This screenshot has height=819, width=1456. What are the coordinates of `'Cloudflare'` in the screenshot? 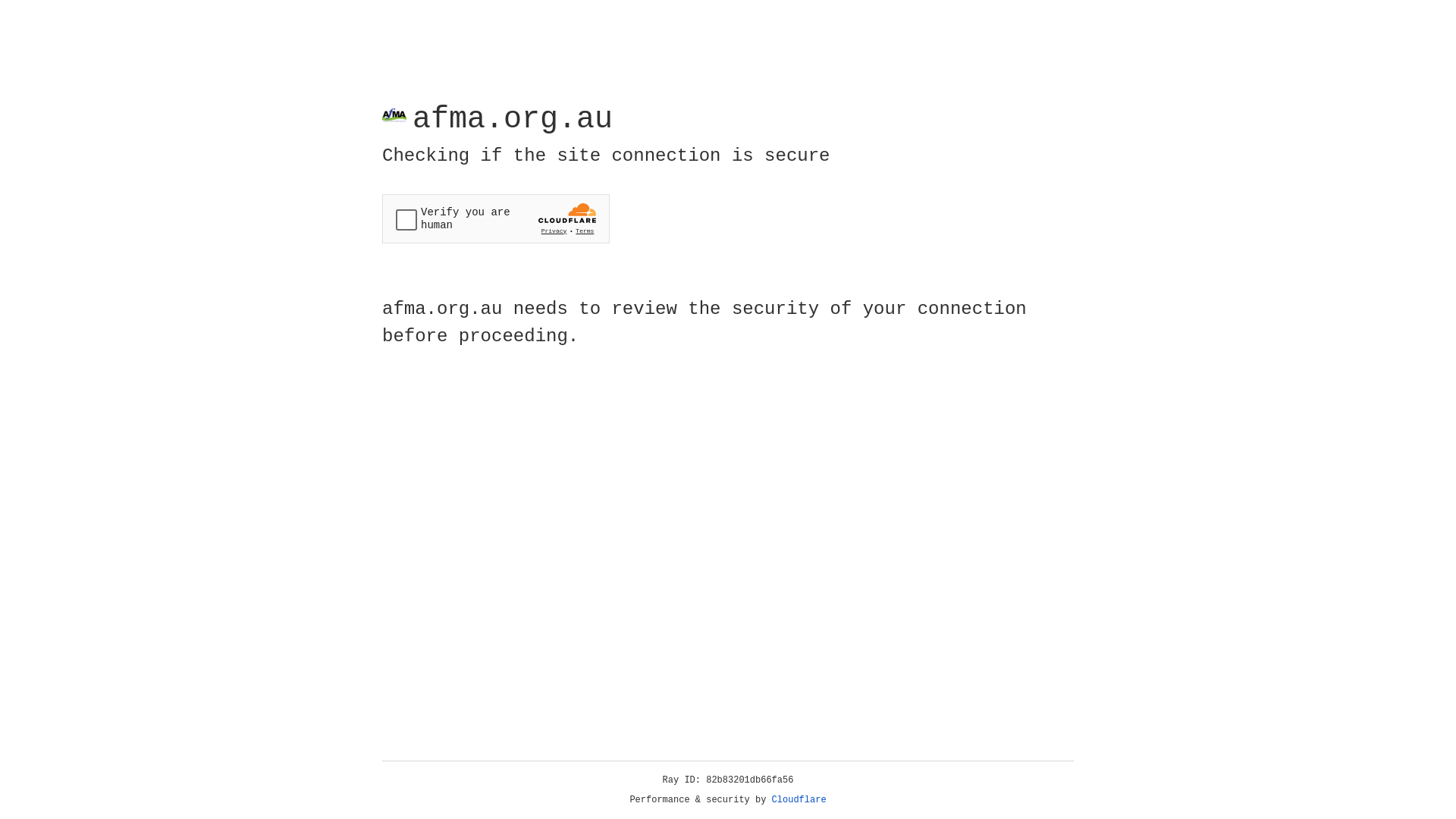 It's located at (799, 799).